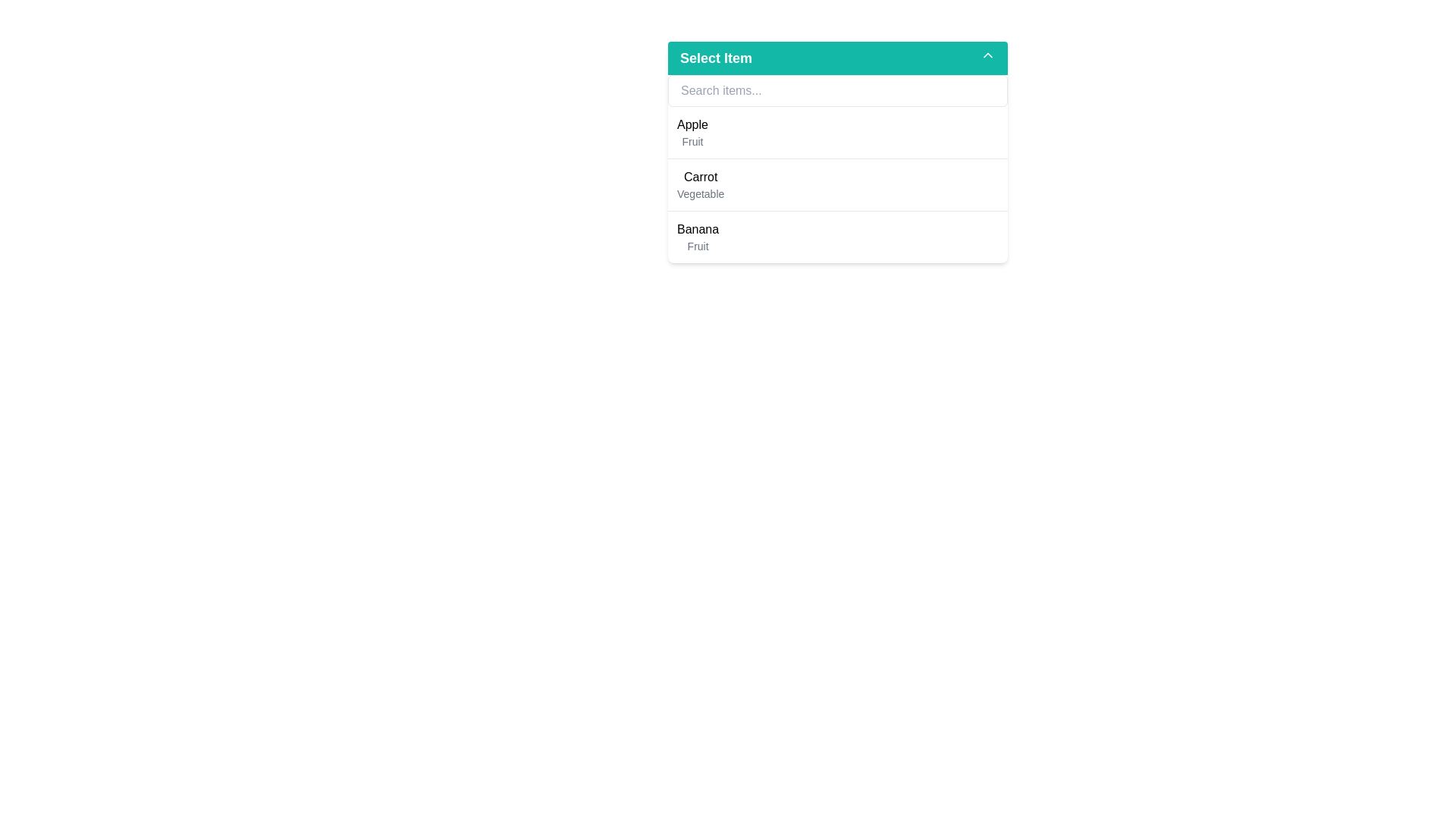  What do you see at coordinates (692, 141) in the screenshot?
I see `the text label categorizing 'Apple' as 'Fruit', which is positioned directly beneath the text 'Apple' in the dropdown list under the 'Select Item' header` at bounding box center [692, 141].